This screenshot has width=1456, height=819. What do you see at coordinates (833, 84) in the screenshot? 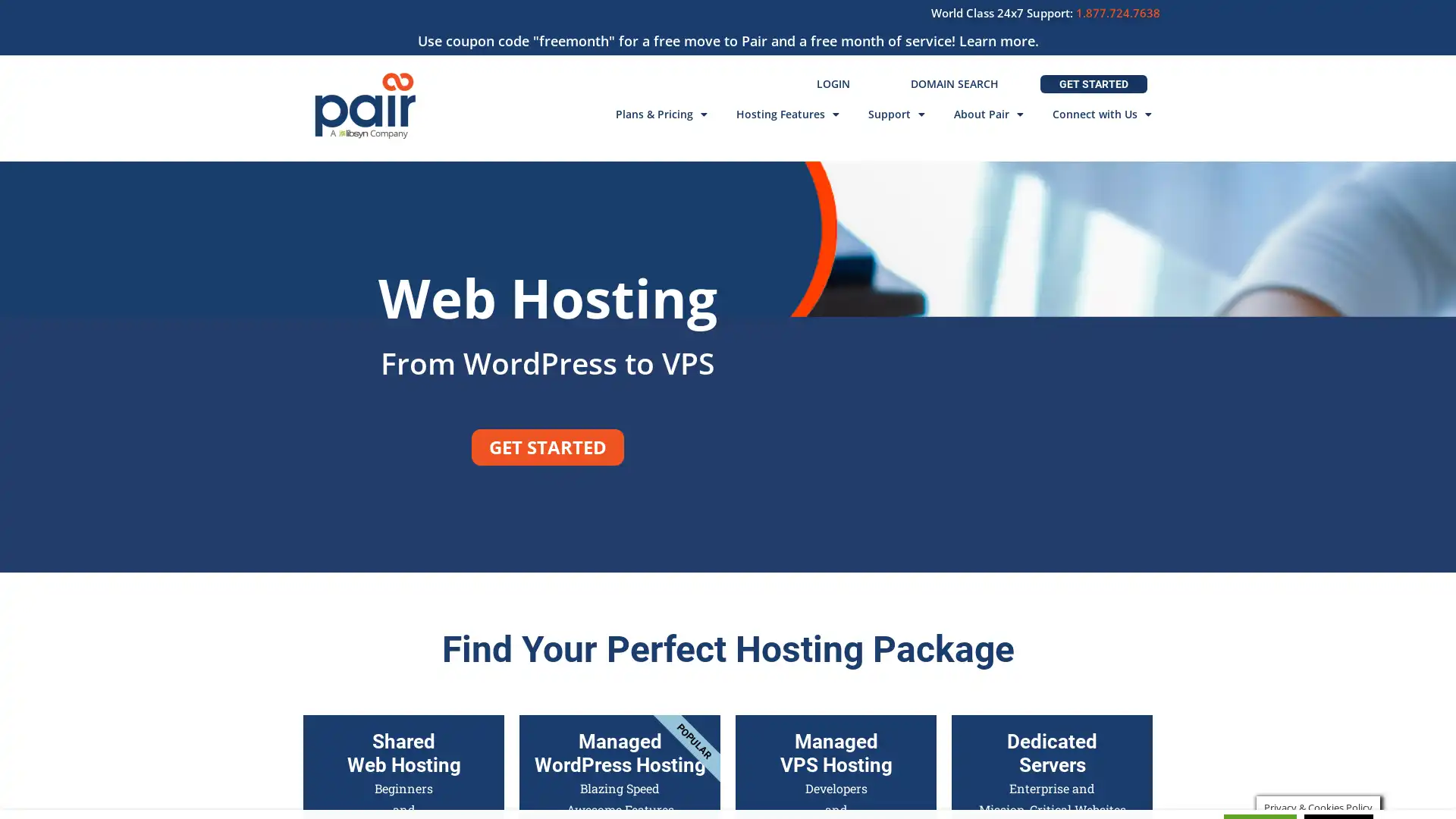
I see `LOGIN` at bounding box center [833, 84].